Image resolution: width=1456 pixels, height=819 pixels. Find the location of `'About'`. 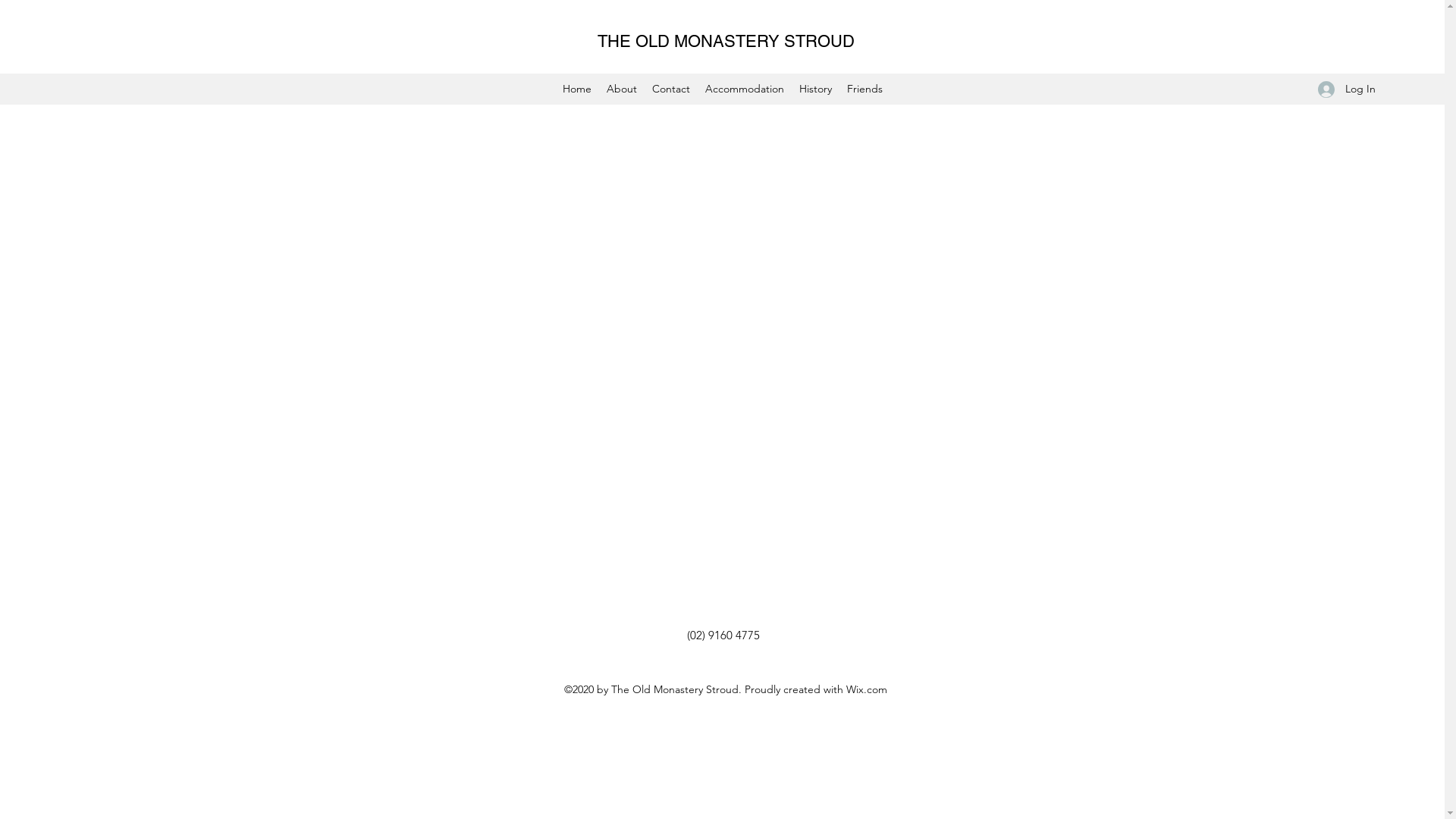

'About' is located at coordinates (622, 89).